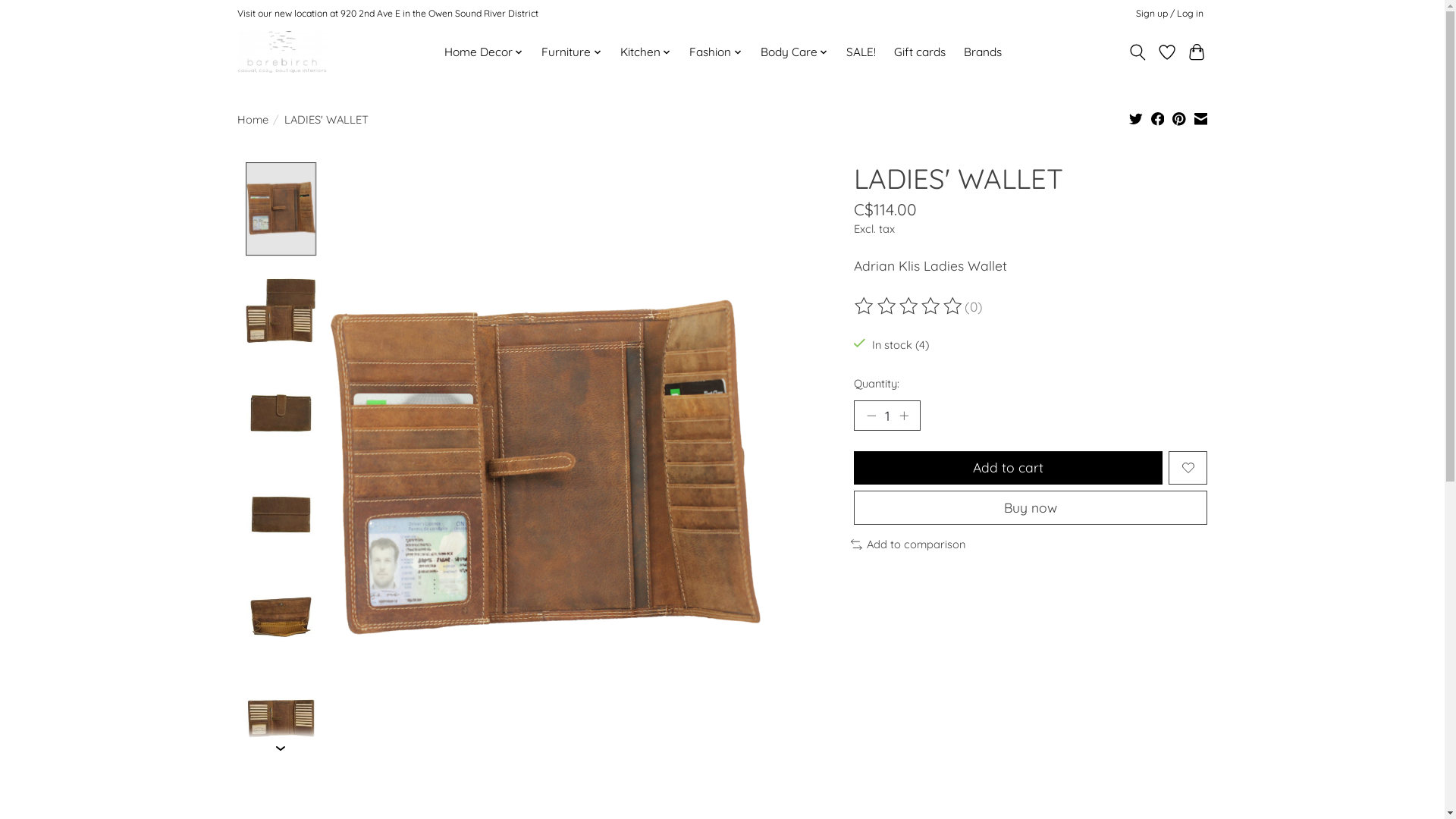 The height and width of the screenshot is (819, 1456). Describe the element at coordinates (683, 51) in the screenshot. I see `'Fashion'` at that location.